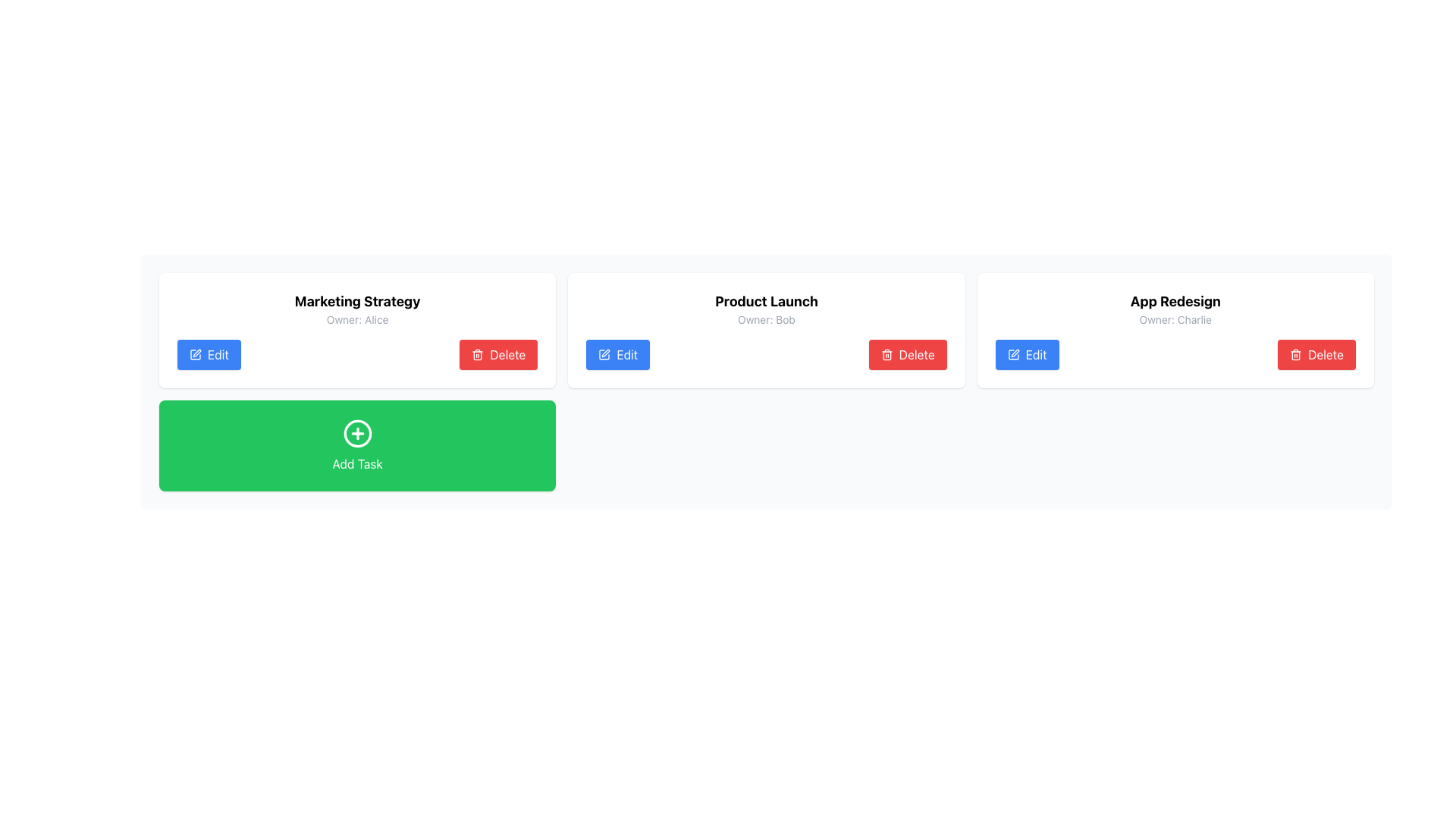 The width and height of the screenshot is (1456, 819). Describe the element at coordinates (498, 354) in the screenshot. I see `the delete button located to the right of the blue 'Edit' button under the 'Marketing Strategy' section to observe its hover effect` at that location.